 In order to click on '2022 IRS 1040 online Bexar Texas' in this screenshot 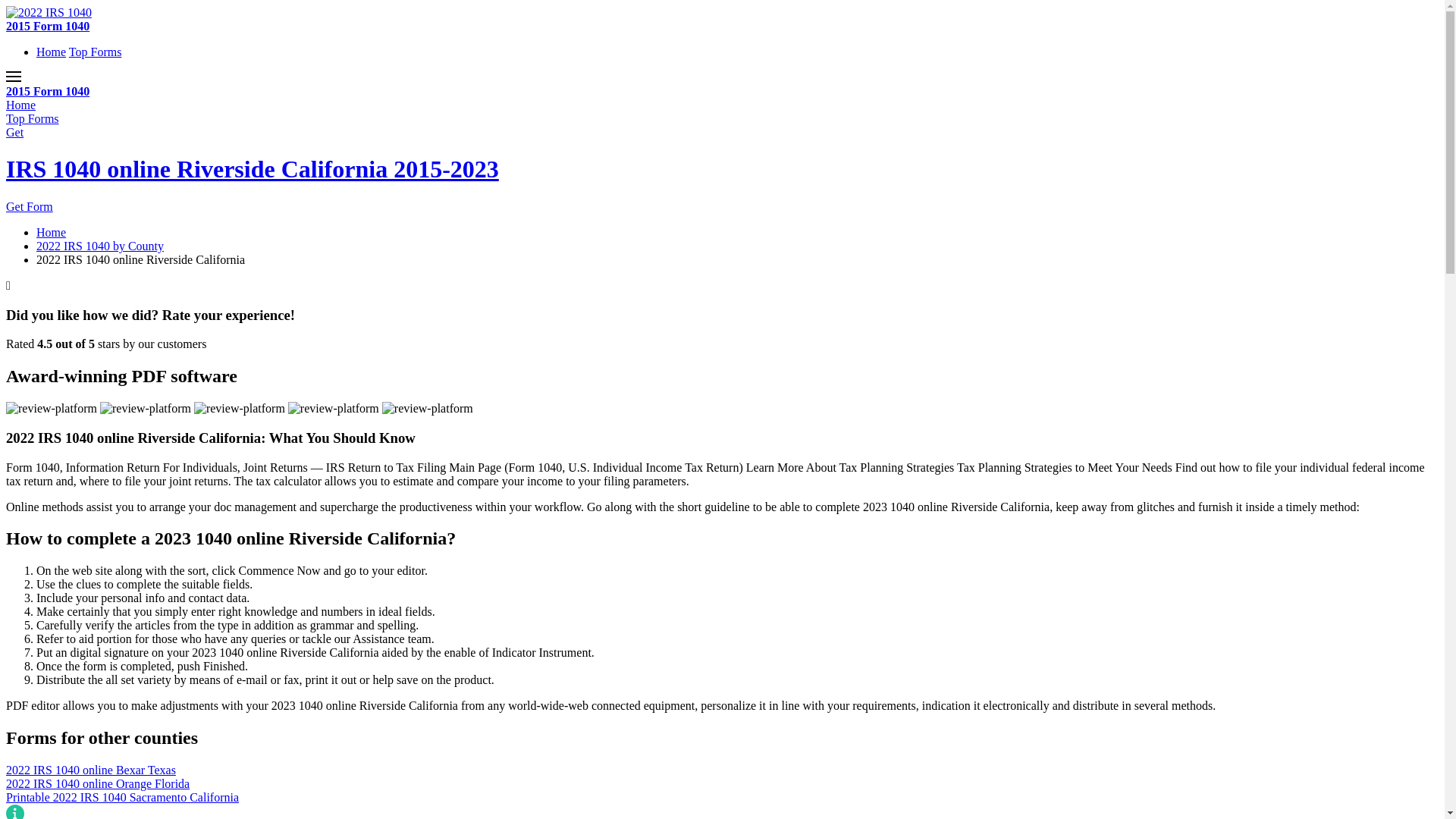, I will do `click(721, 770)`.